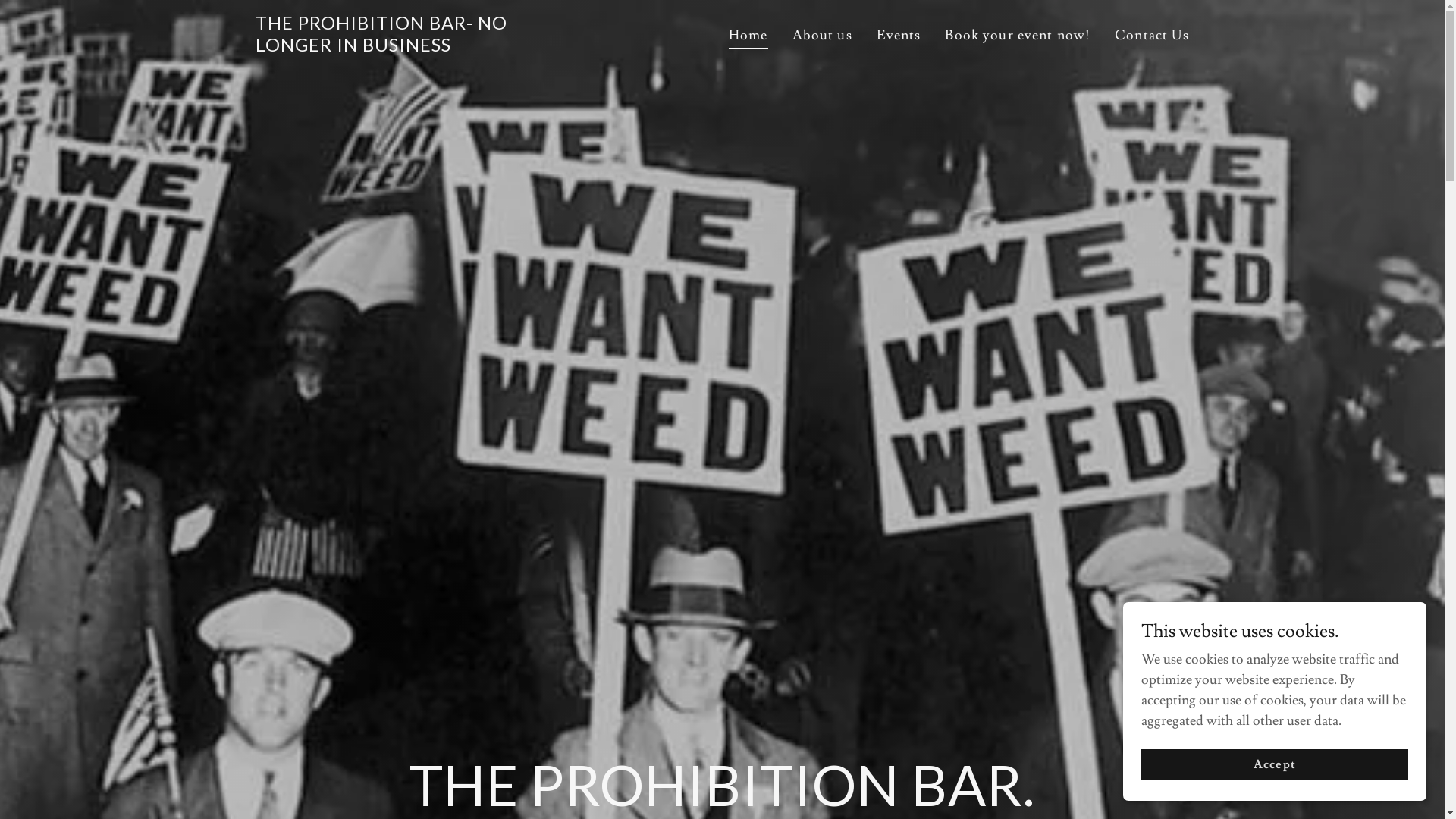 The width and height of the screenshot is (1456, 819). What do you see at coordinates (1151, 34) in the screenshot?
I see `'Contact Us'` at bounding box center [1151, 34].